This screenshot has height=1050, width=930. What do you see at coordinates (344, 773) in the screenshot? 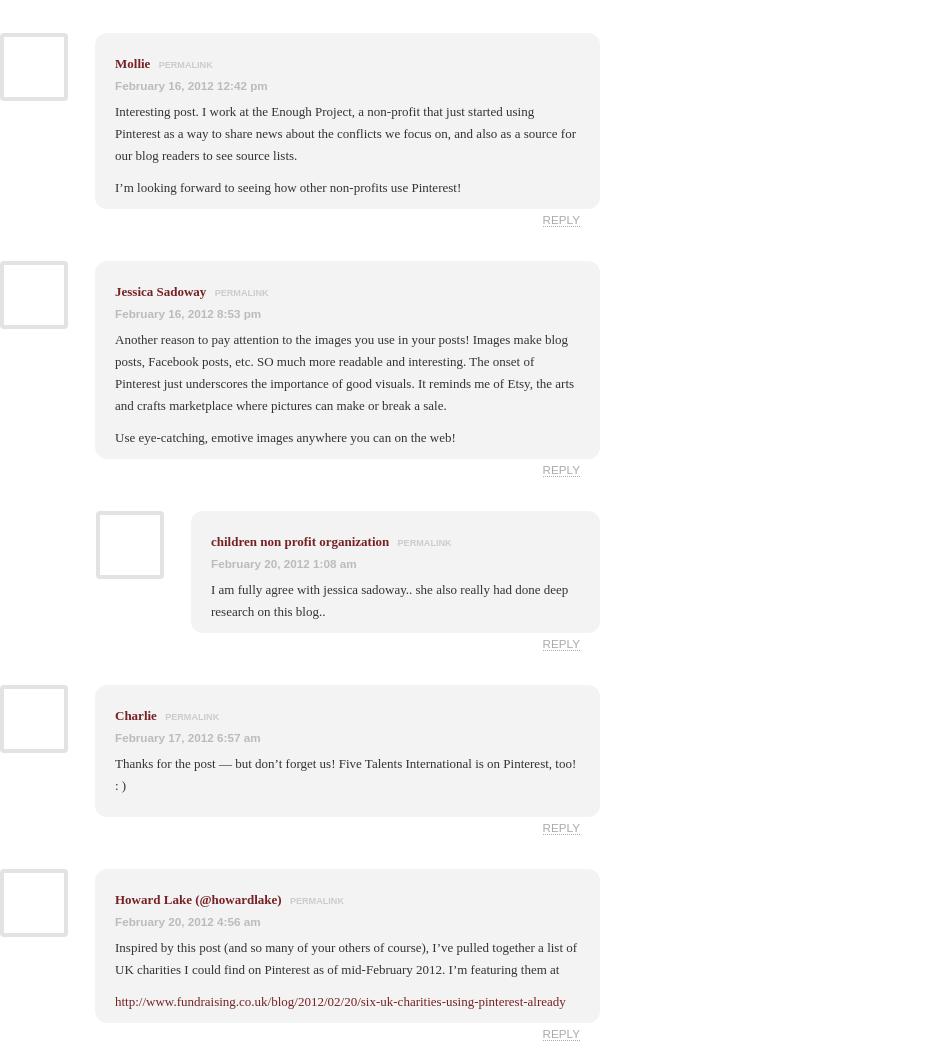
I see `'Thanks for the post — but don’t forget us! Five Talents International is on Pinterest, too! : )'` at bounding box center [344, 773].